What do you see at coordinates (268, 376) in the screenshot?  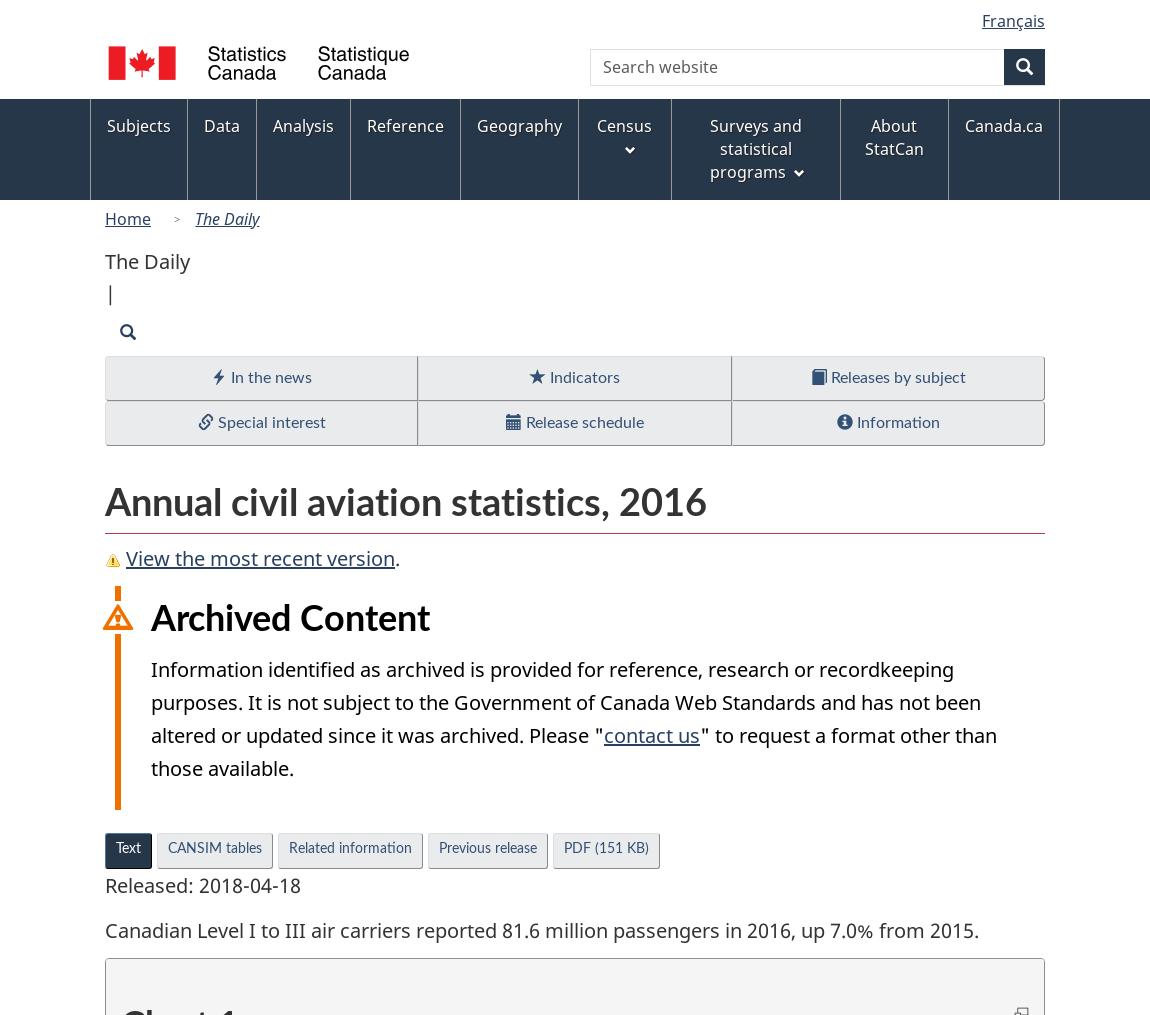 I see `'In the news'` at bounding box center [268, 376].